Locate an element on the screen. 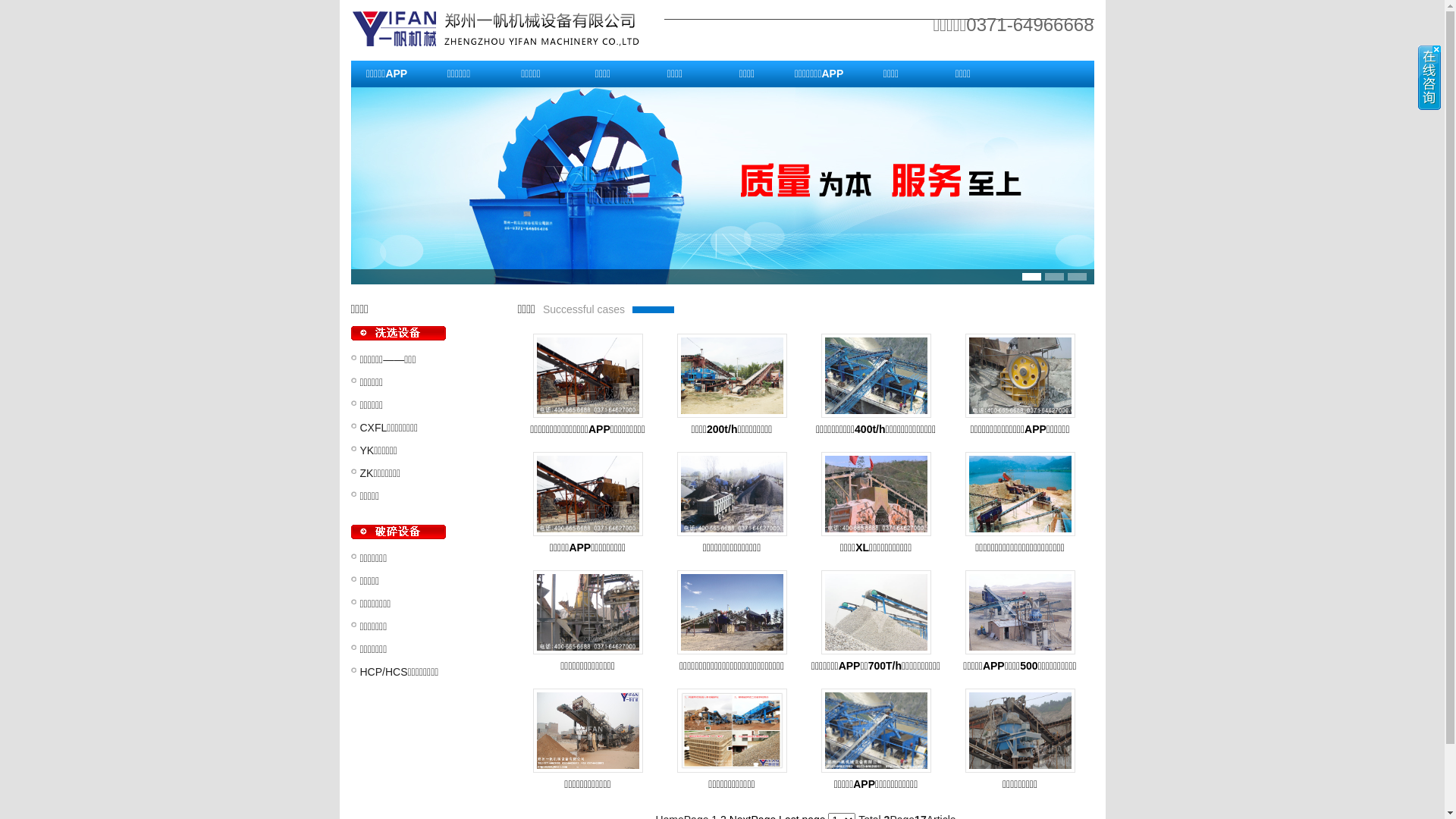  'logo' is located at coordinates (507, 28).